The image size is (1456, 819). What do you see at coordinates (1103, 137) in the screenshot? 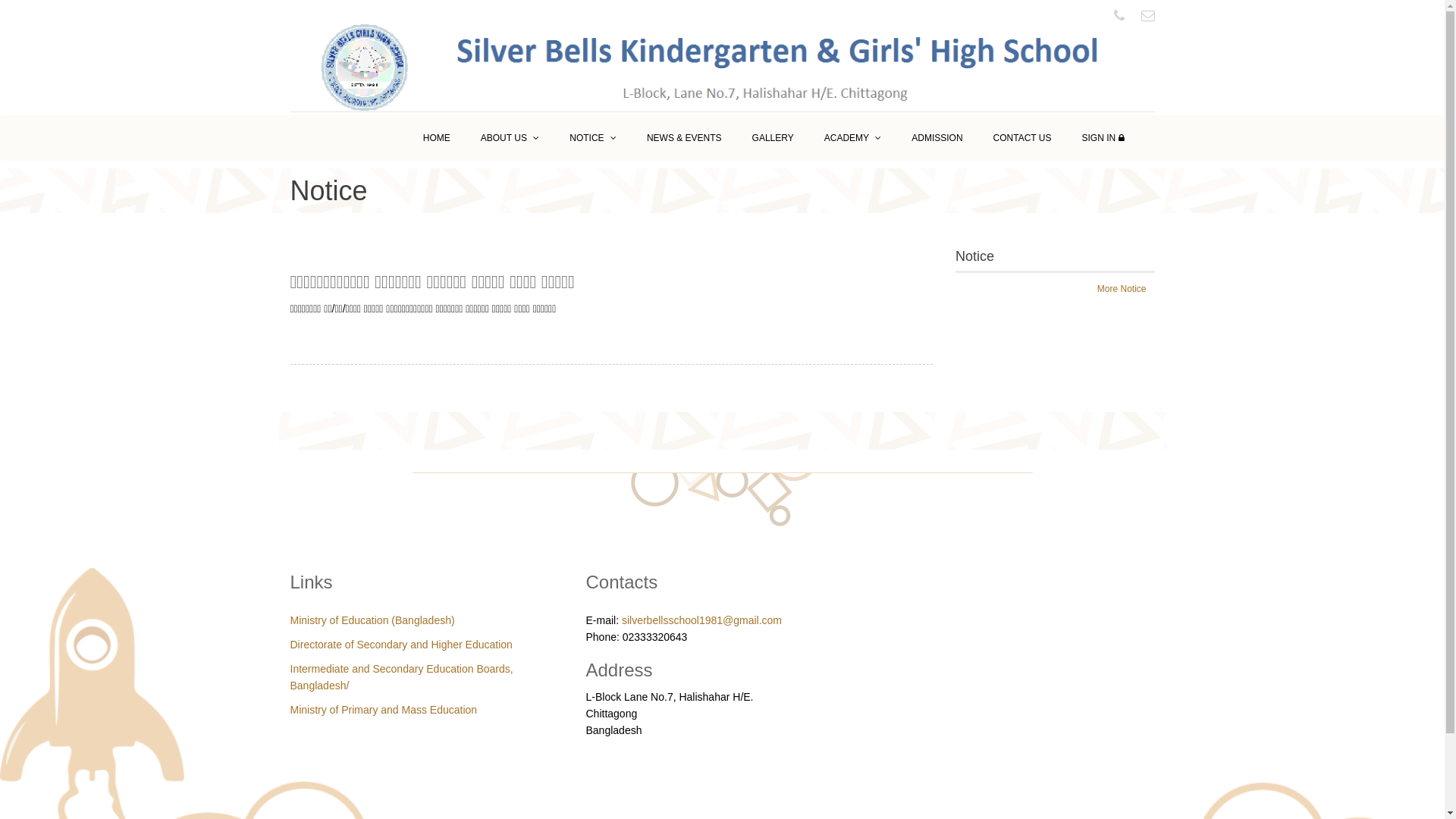
I see `'SIGN IN'` at bounding box center [1103, 137].